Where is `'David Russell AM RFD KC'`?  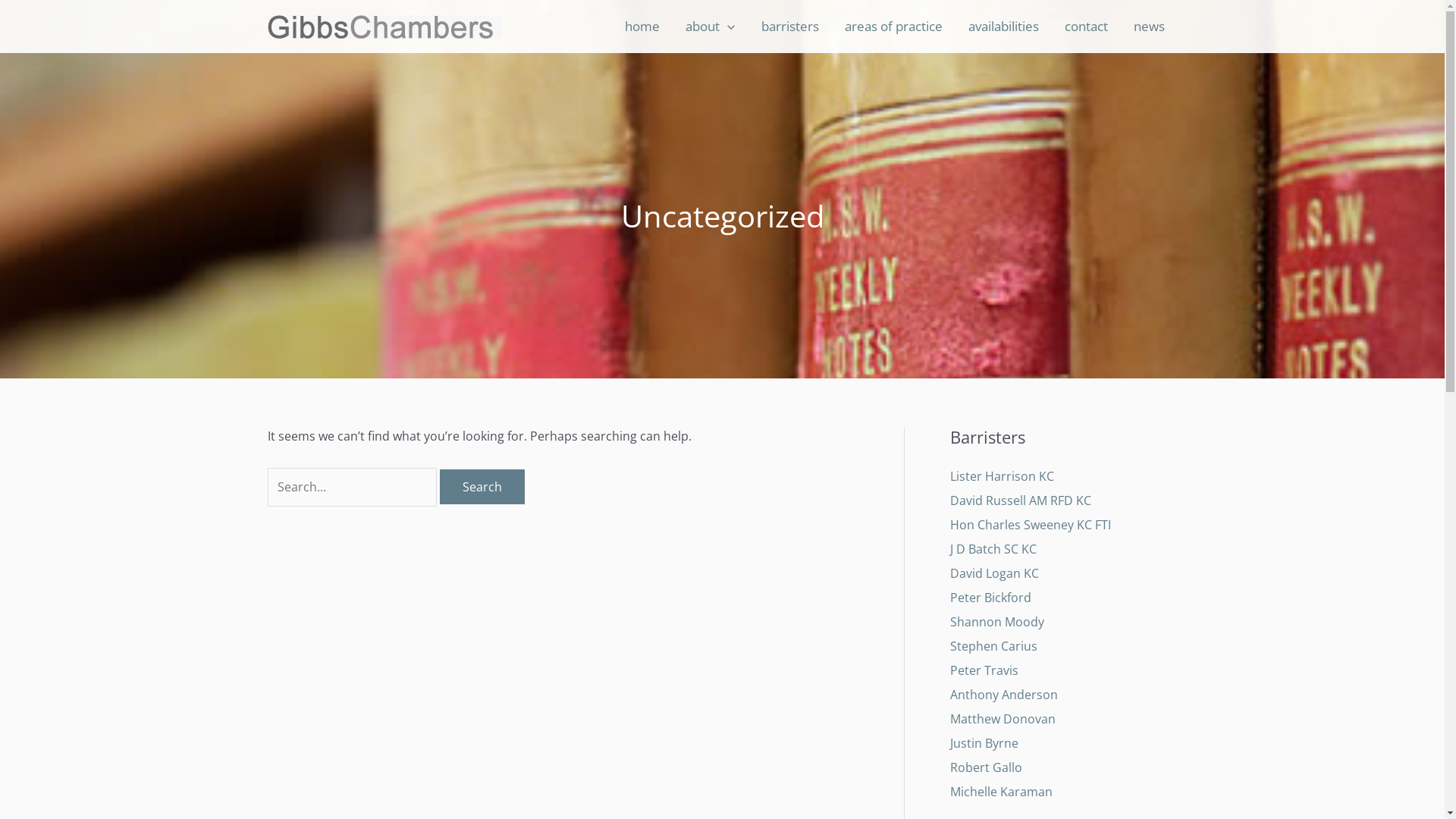
'David Russell AM RFD KC' is located at coordinates (1019, 500).